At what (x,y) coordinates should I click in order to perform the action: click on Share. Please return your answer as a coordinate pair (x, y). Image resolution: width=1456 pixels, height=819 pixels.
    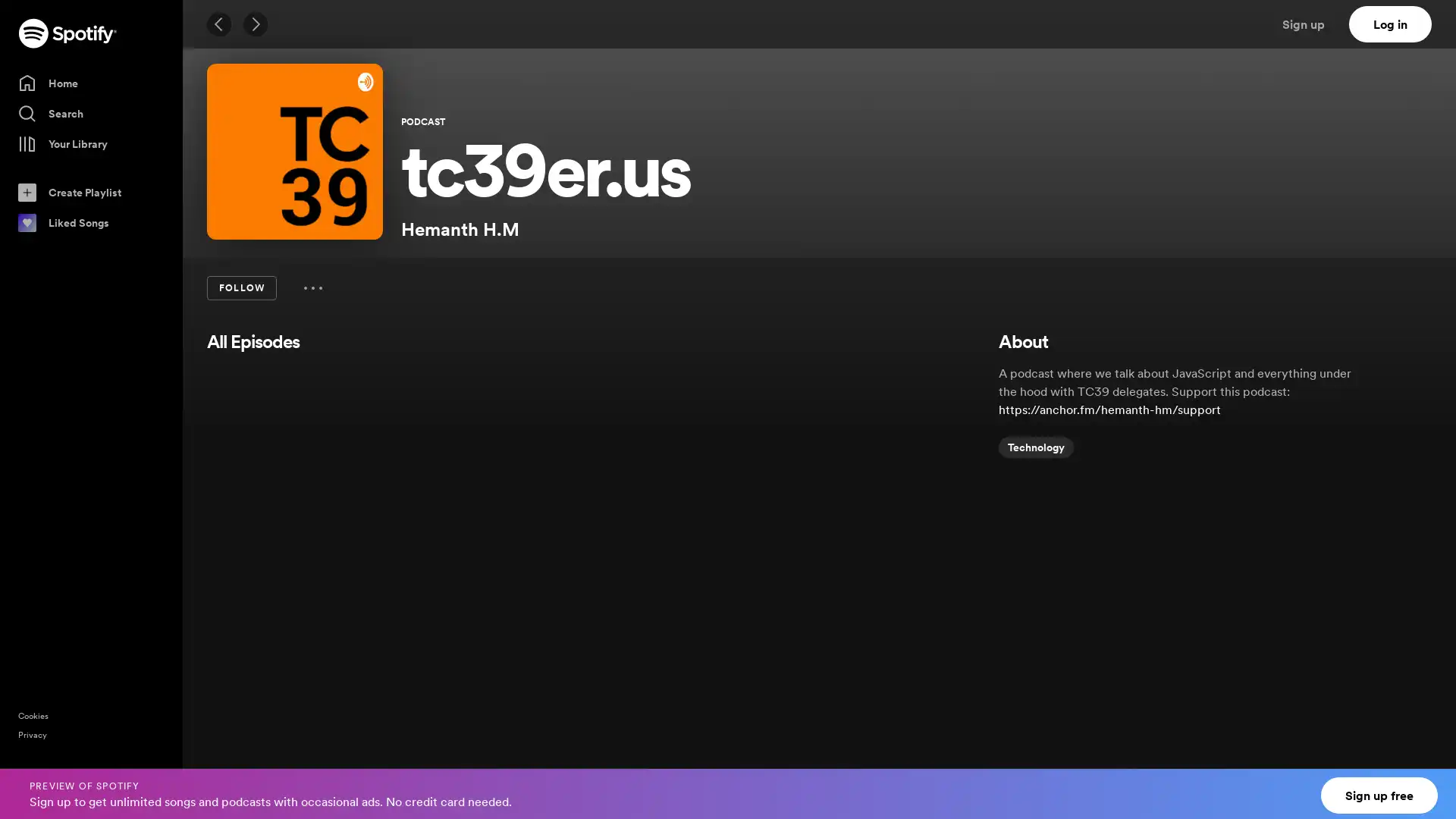
    Looking at the image, I should click on (895, 561).